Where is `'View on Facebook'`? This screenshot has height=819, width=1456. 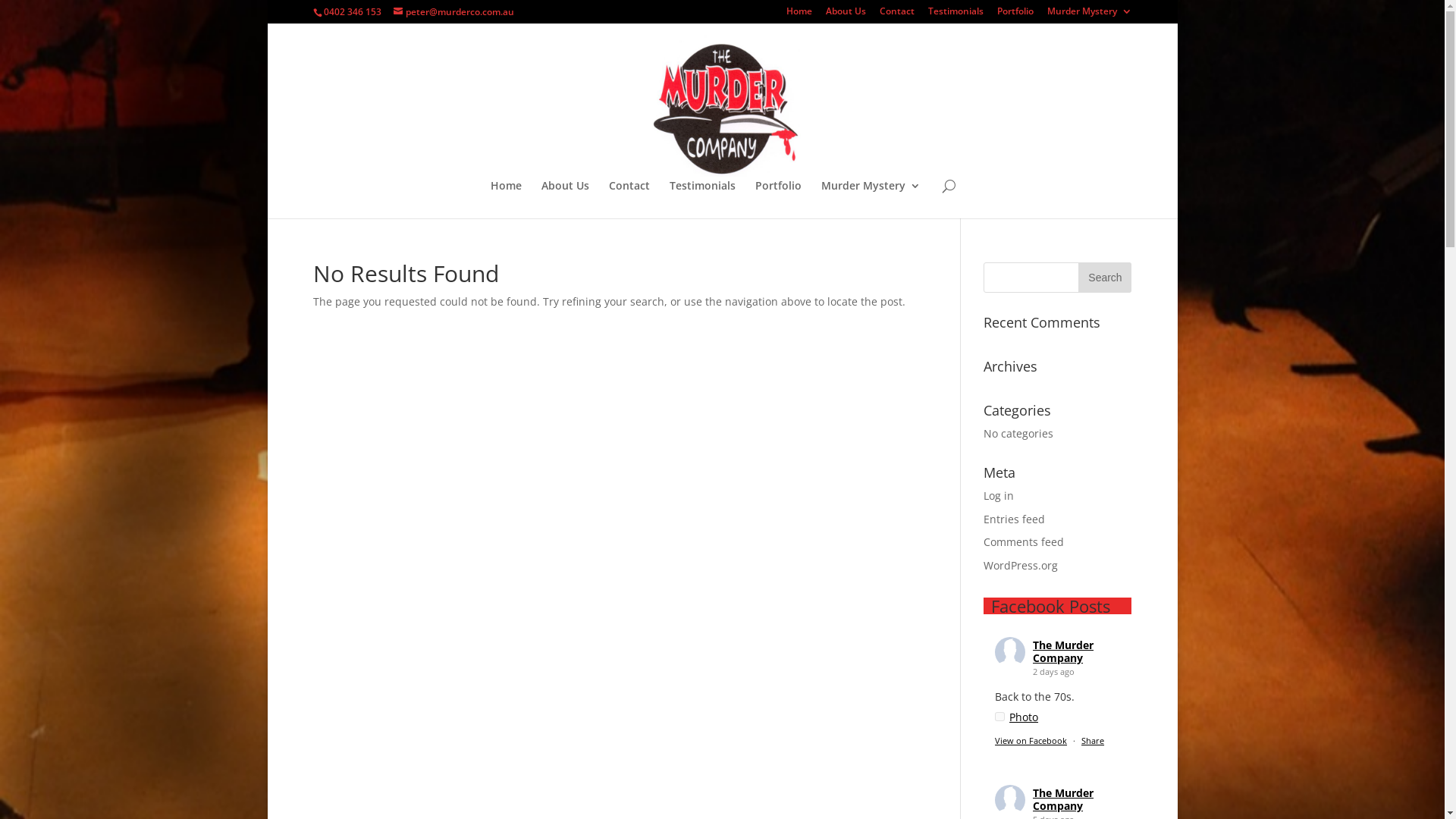
'View on Facebook' is located at coordinates (1031, 739).